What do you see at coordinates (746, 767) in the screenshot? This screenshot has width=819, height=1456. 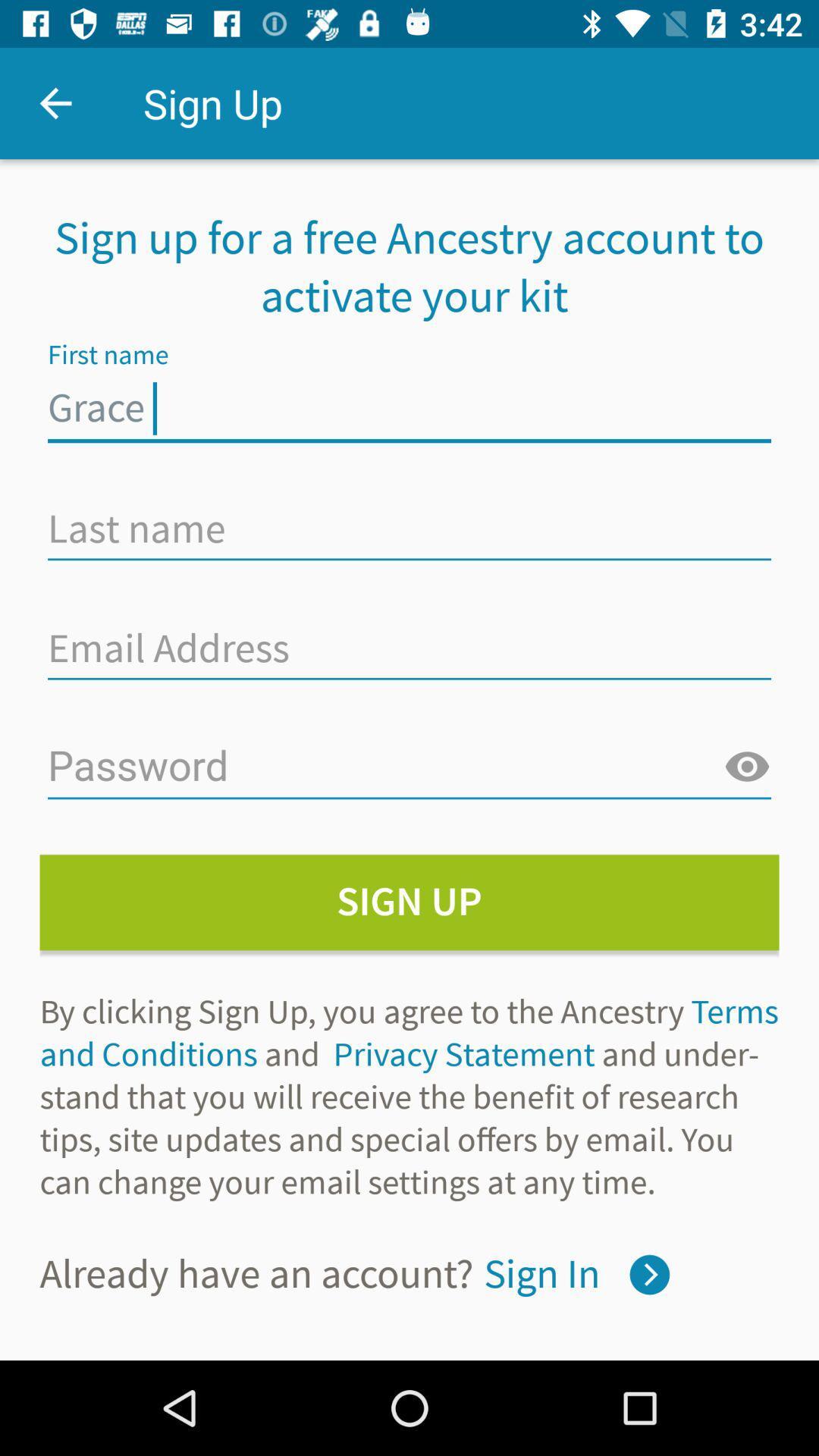 I see `the visibility icon` at bounding box center [746, 767].